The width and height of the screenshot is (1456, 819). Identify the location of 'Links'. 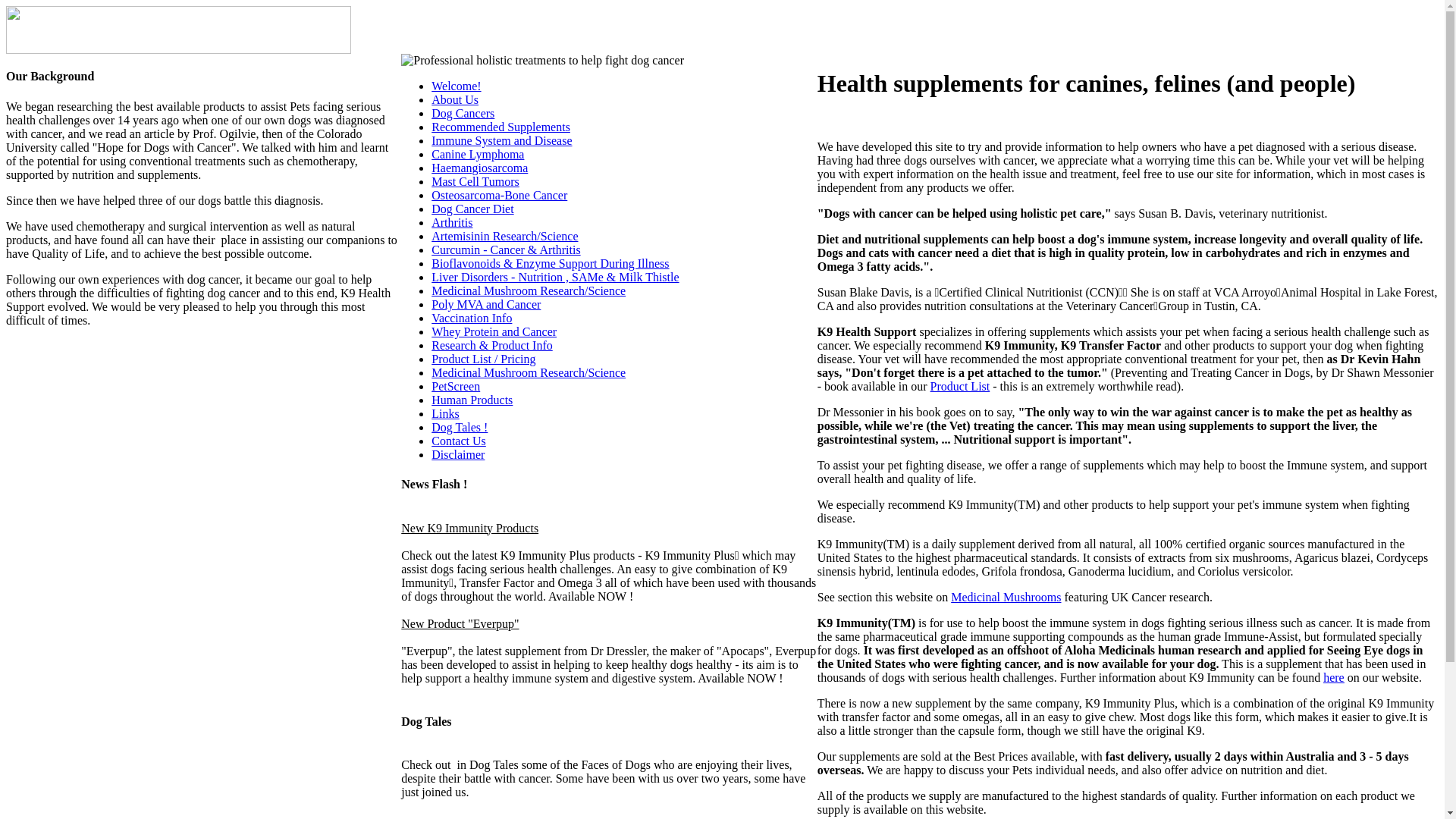
(444, 413).